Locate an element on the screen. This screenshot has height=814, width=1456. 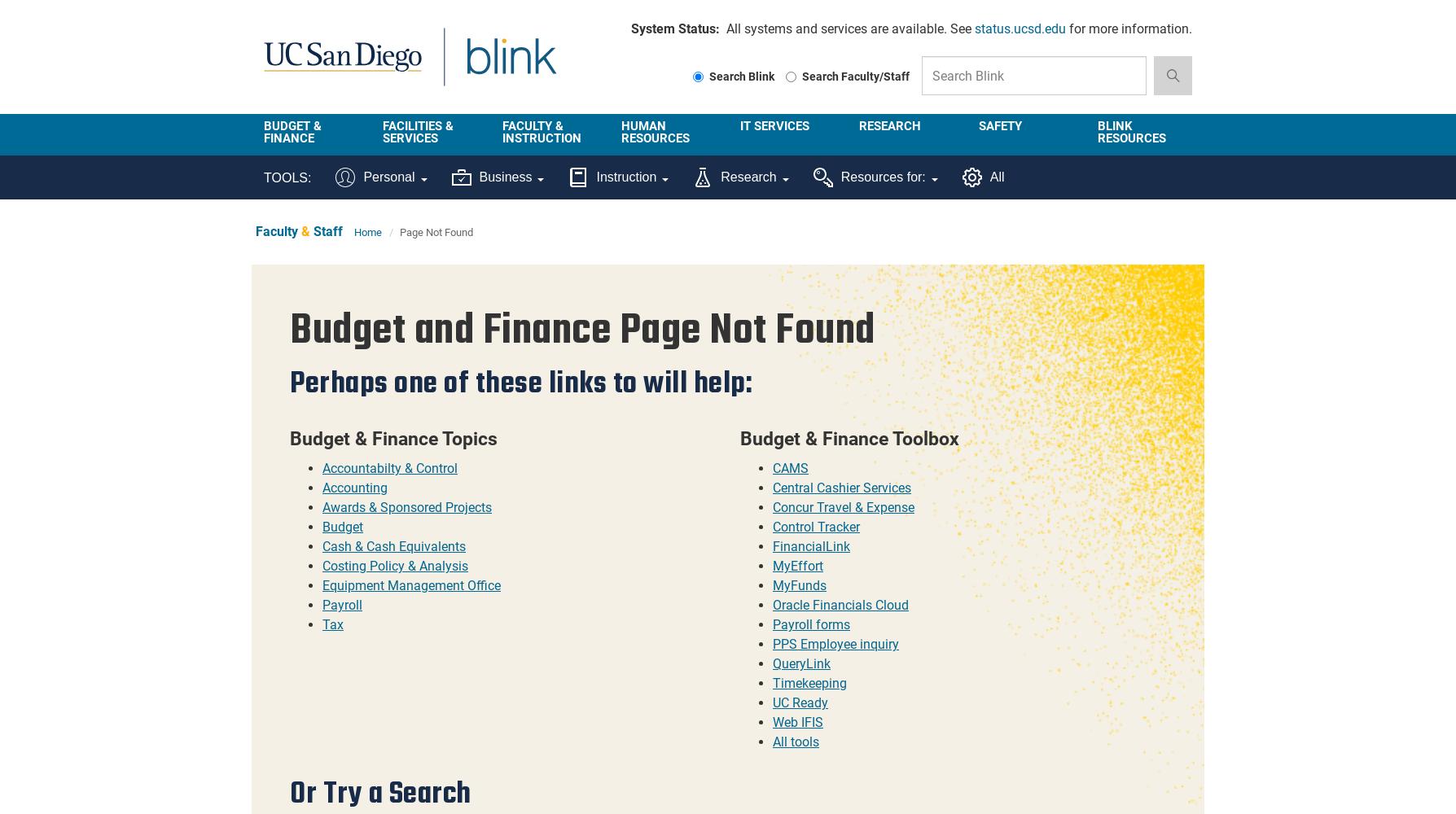
'All' is located at coordinates (996, 176).